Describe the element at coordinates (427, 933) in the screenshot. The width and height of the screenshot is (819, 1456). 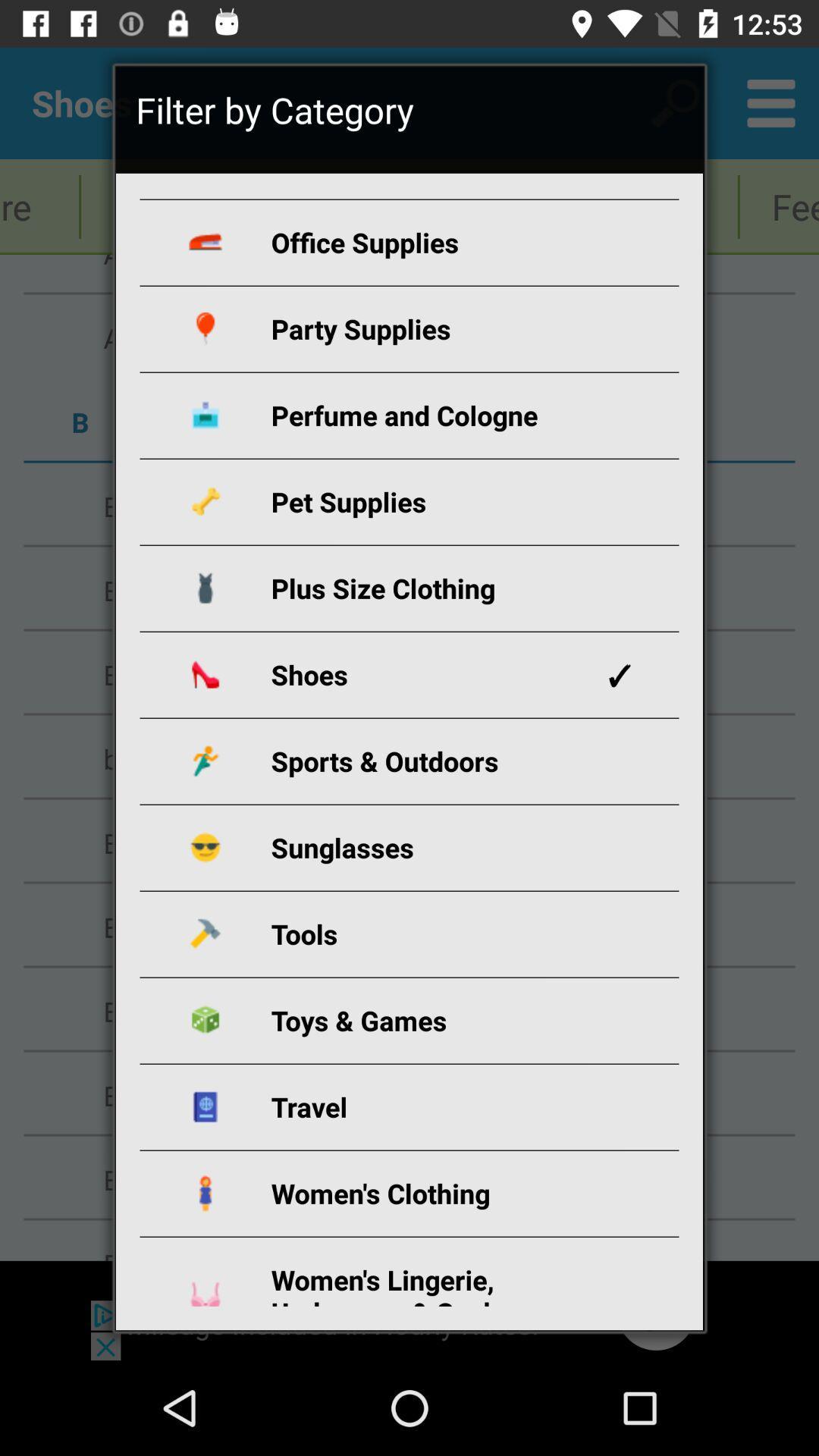
I see `the app above toys & games` at that location.